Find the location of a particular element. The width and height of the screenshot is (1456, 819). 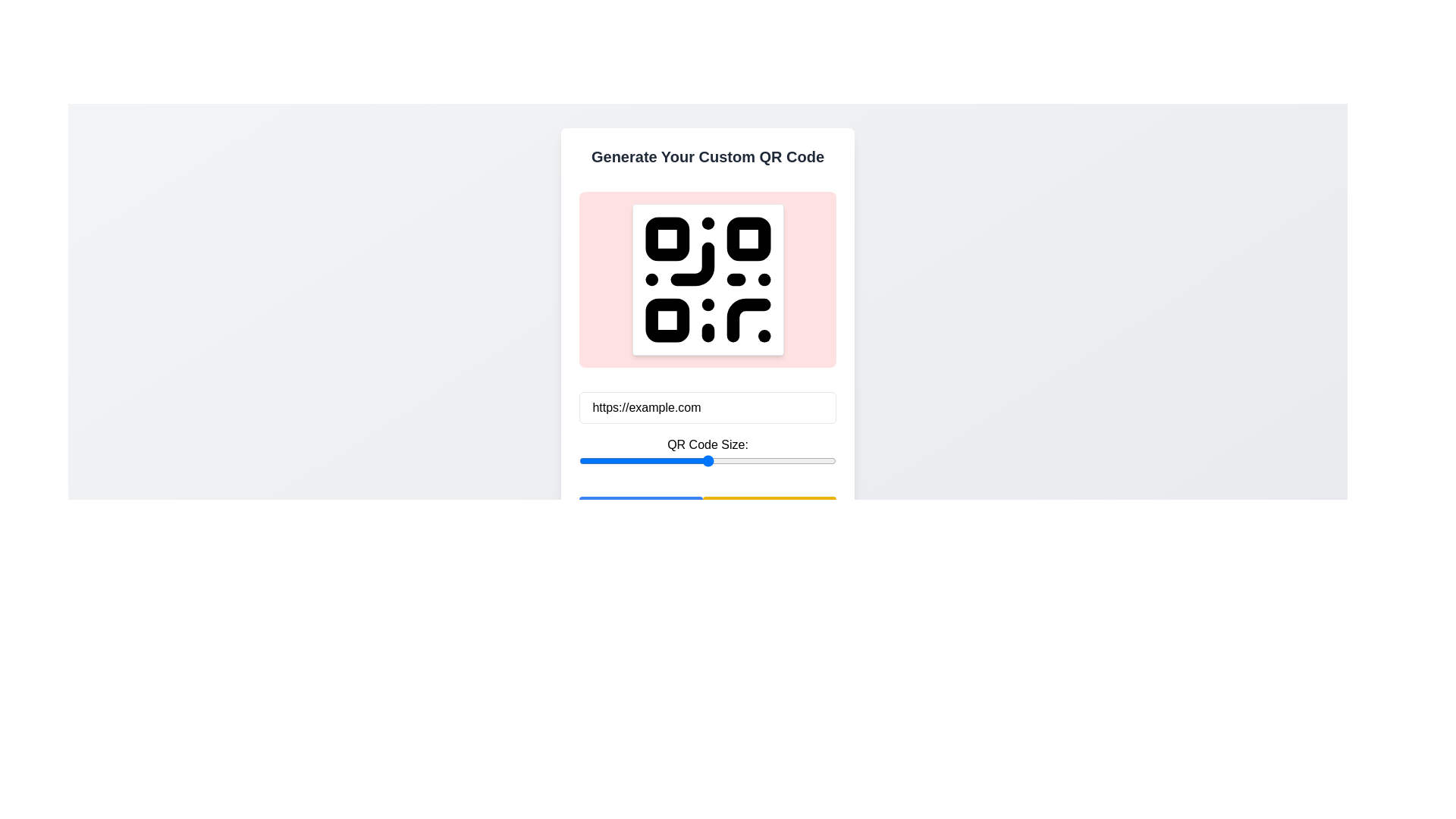

the small white rounded rectangle located near the upper-right corner within the QR code graphic is located at coordinates (748, 239).